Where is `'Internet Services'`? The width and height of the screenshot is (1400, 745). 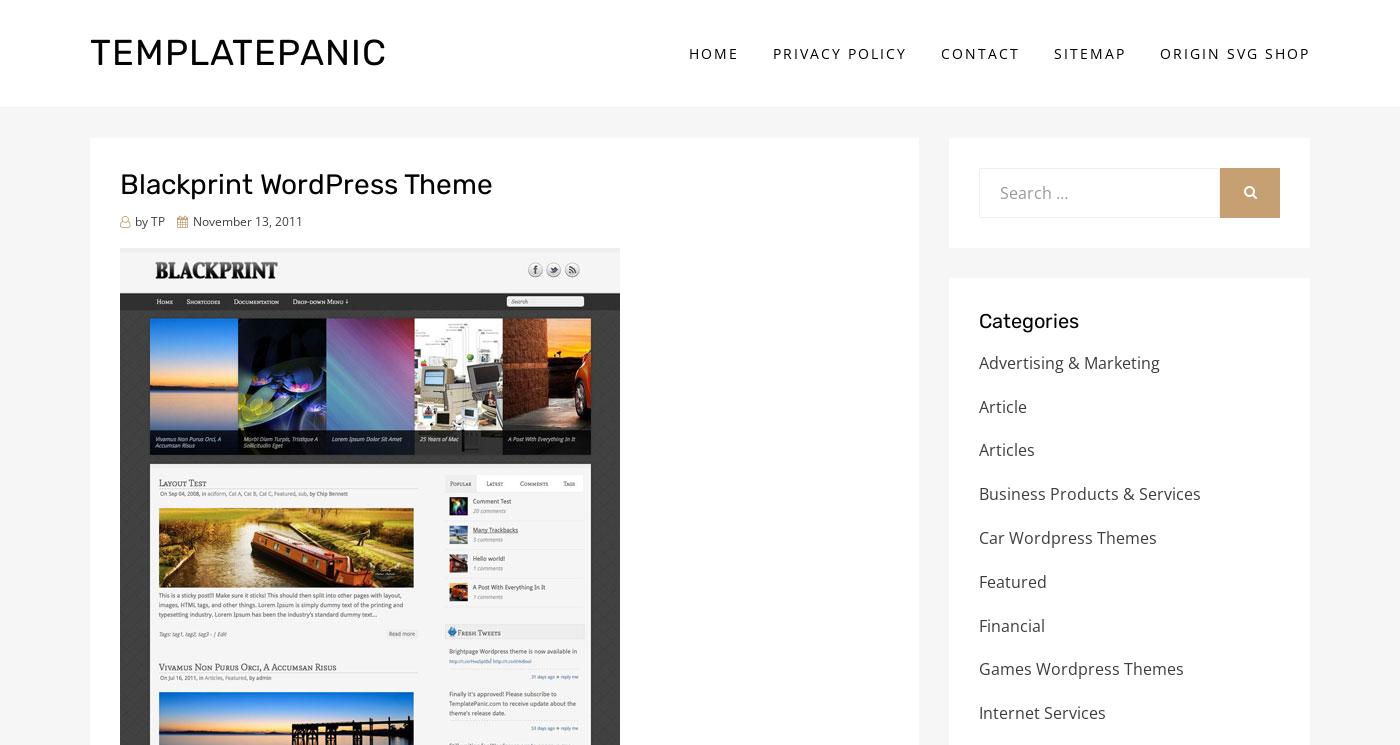
'Internet Services' is located at coordinates (979, 711).